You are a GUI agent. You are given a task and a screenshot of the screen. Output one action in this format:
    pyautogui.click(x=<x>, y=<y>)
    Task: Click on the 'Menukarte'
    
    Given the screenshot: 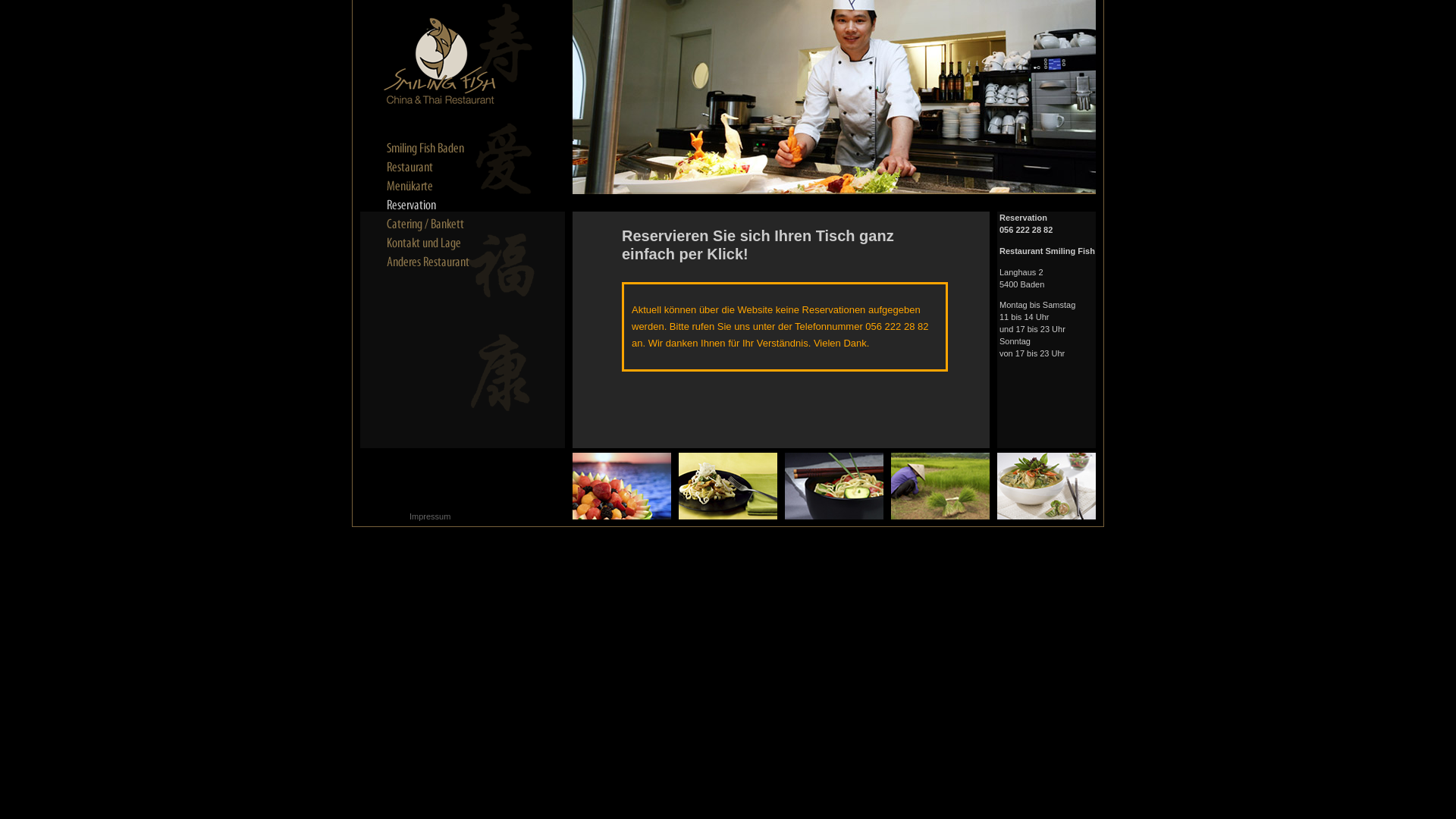 What is the action you would take?
    pyautogui.click(x=439, y=186)
    